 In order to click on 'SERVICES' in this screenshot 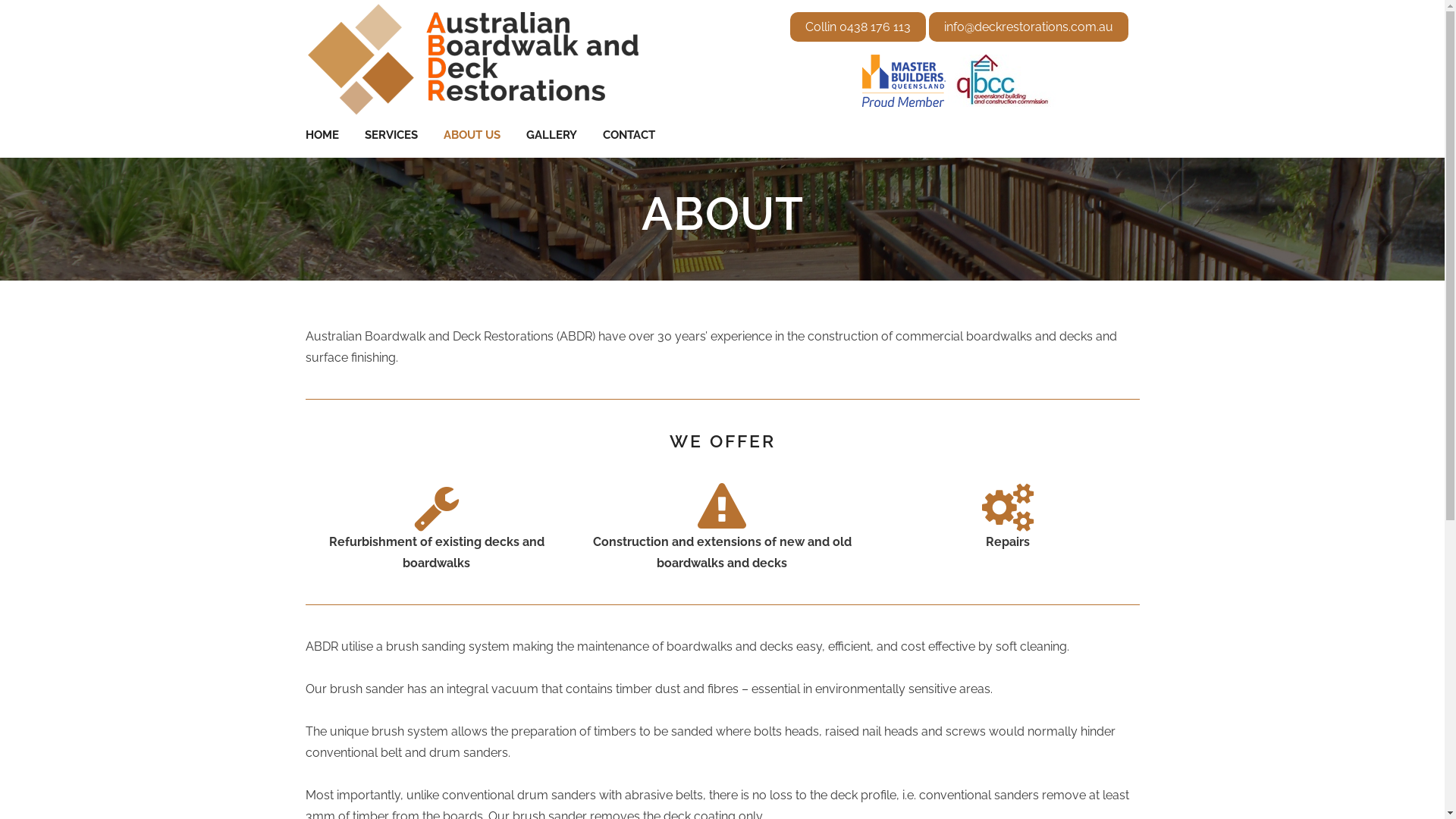, I will do `click(391, 133)`.